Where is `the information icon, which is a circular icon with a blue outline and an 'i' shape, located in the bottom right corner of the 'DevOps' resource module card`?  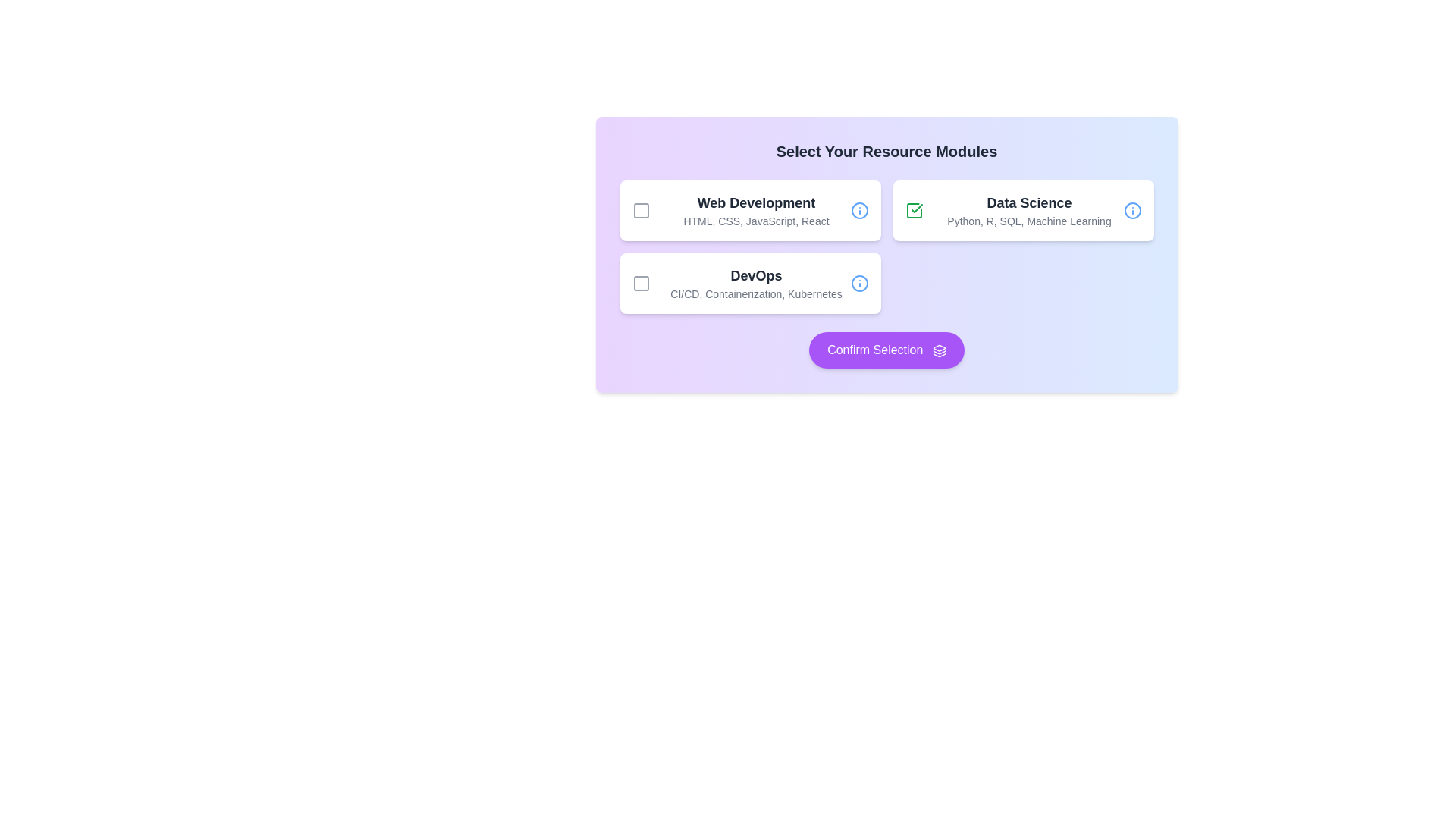 the information icon, which is a circular icon with a blue outline and an 'i' shape, located in the bottom right corner of the 'DevOps' resource module card is located at coordinates (859, 284).